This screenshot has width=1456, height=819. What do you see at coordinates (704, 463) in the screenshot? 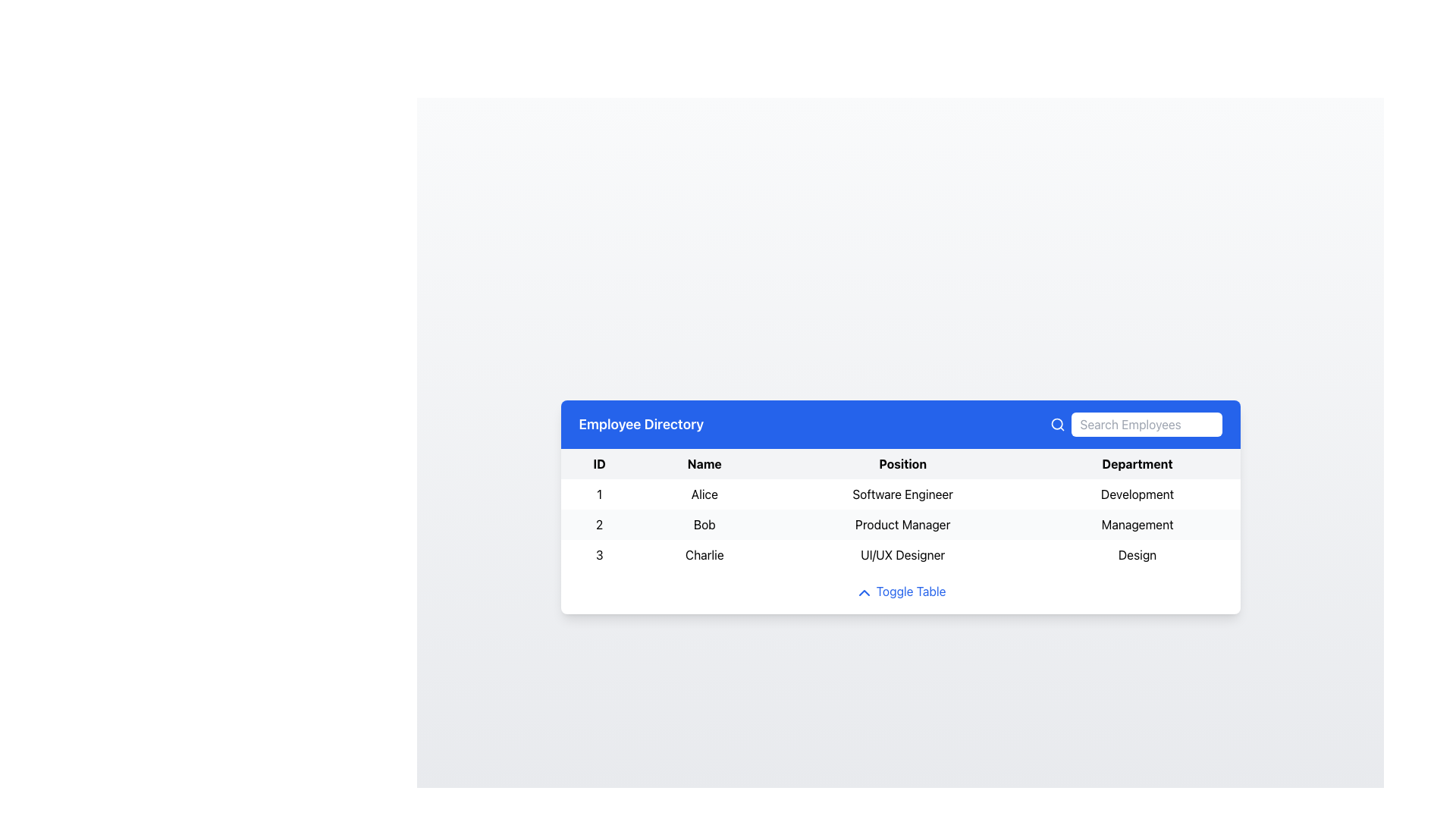
I see `the 'Name' column header in the Employee Directory table, which is the second column header displaying 'Name' in bold black font` at bounding box center [704, 463].